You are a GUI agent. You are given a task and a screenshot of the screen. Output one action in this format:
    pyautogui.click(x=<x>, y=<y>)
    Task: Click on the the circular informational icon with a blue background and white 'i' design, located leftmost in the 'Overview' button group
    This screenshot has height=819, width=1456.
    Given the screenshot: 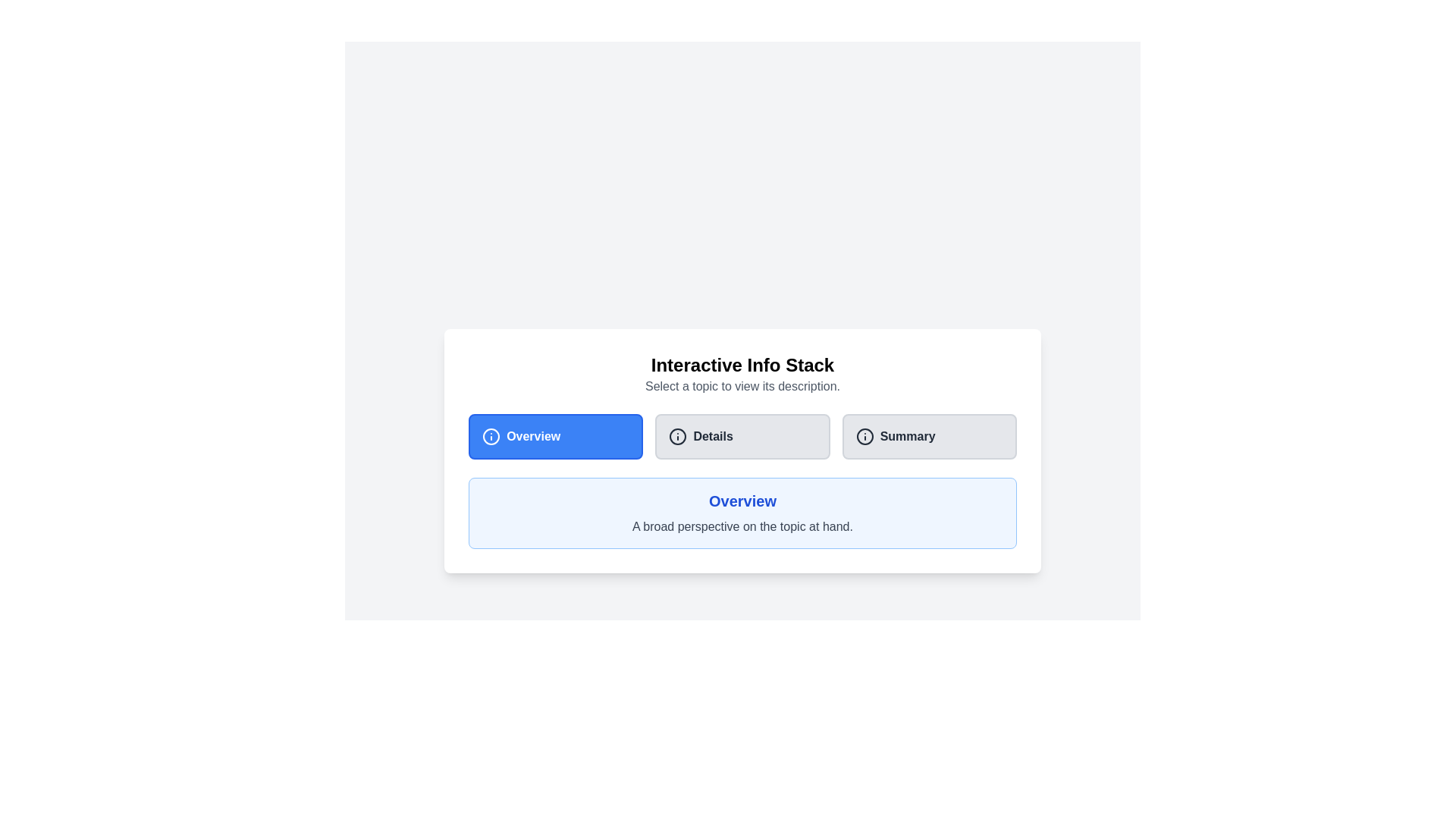 What is the action you would take?
    pyautogui.click(x=491, y=436)
    